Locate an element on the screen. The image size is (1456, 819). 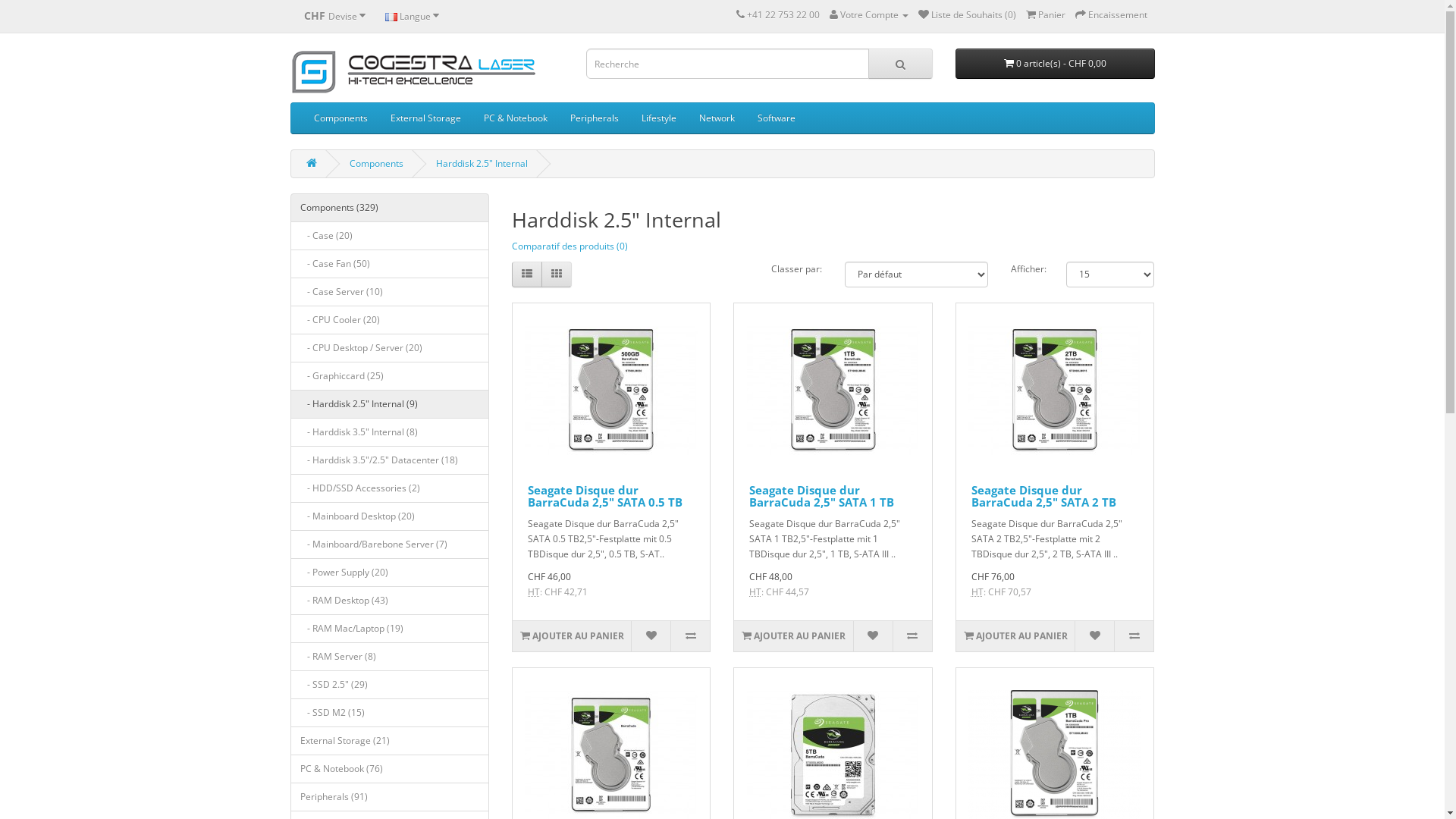
'Network' is located at coordinates (715, 117).